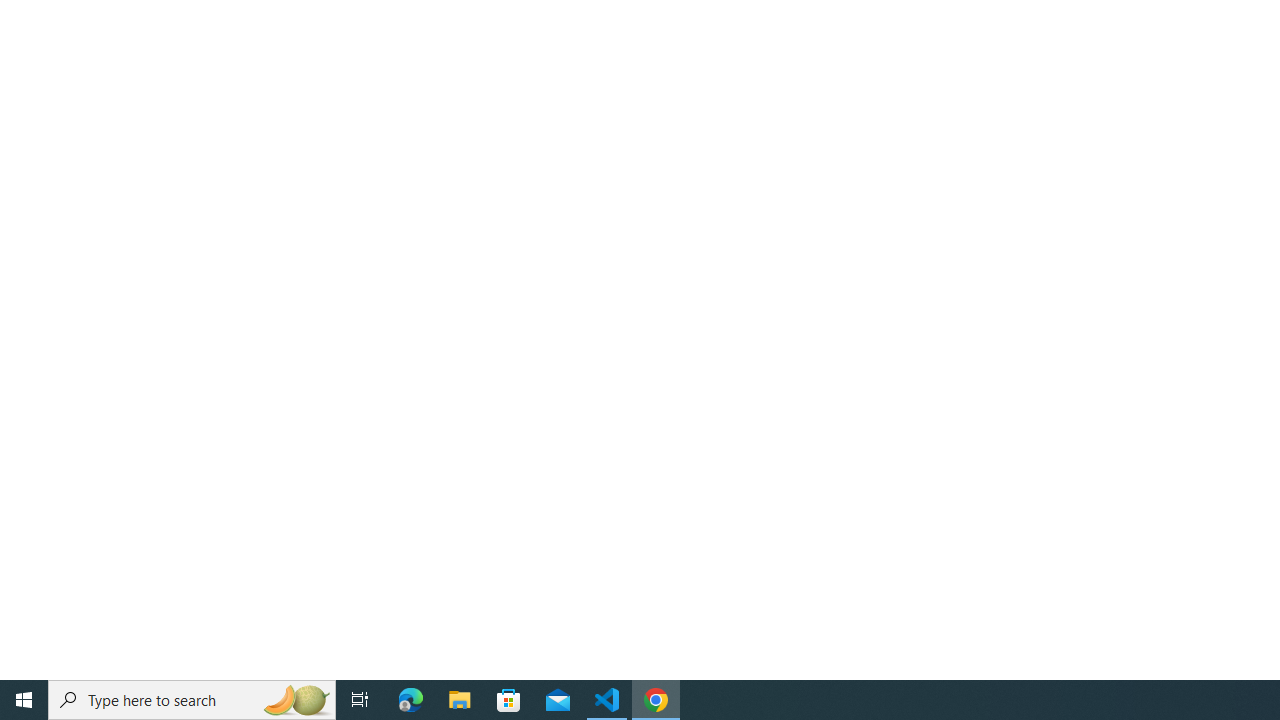  I want to click on 'Task View', so click(359, 698).